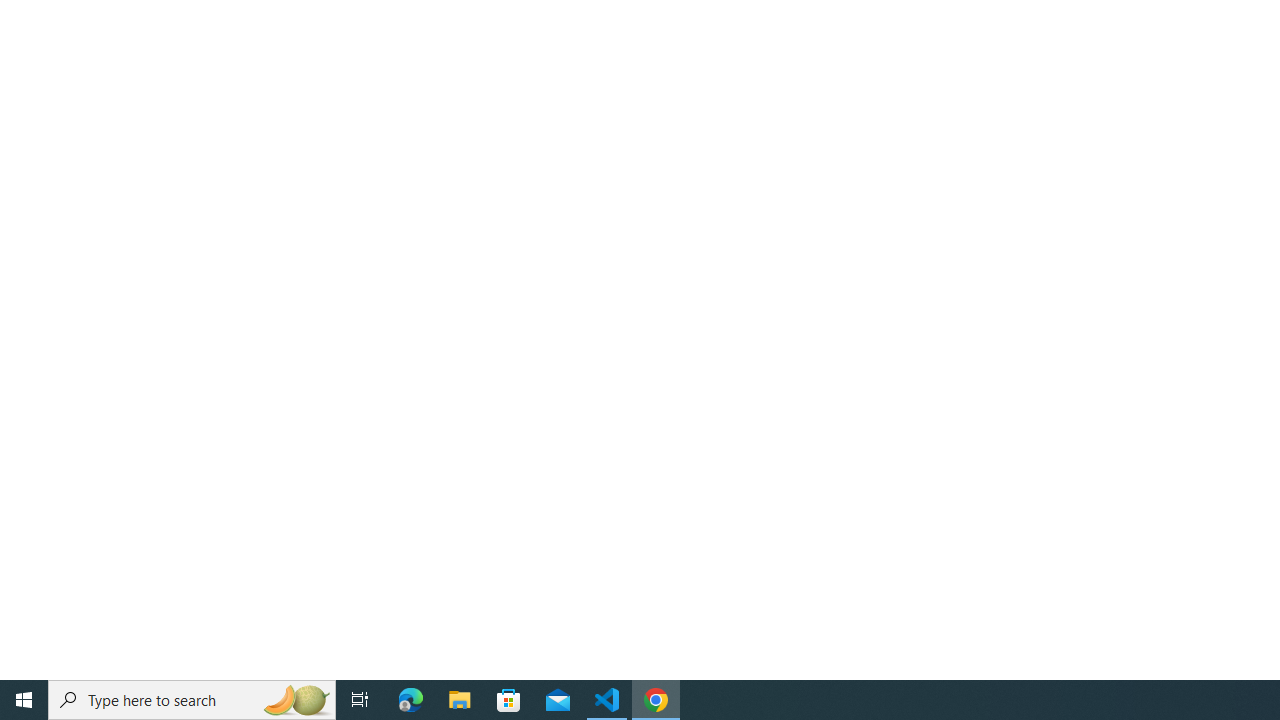  I want to click on 'Task View', so click(359, 698).